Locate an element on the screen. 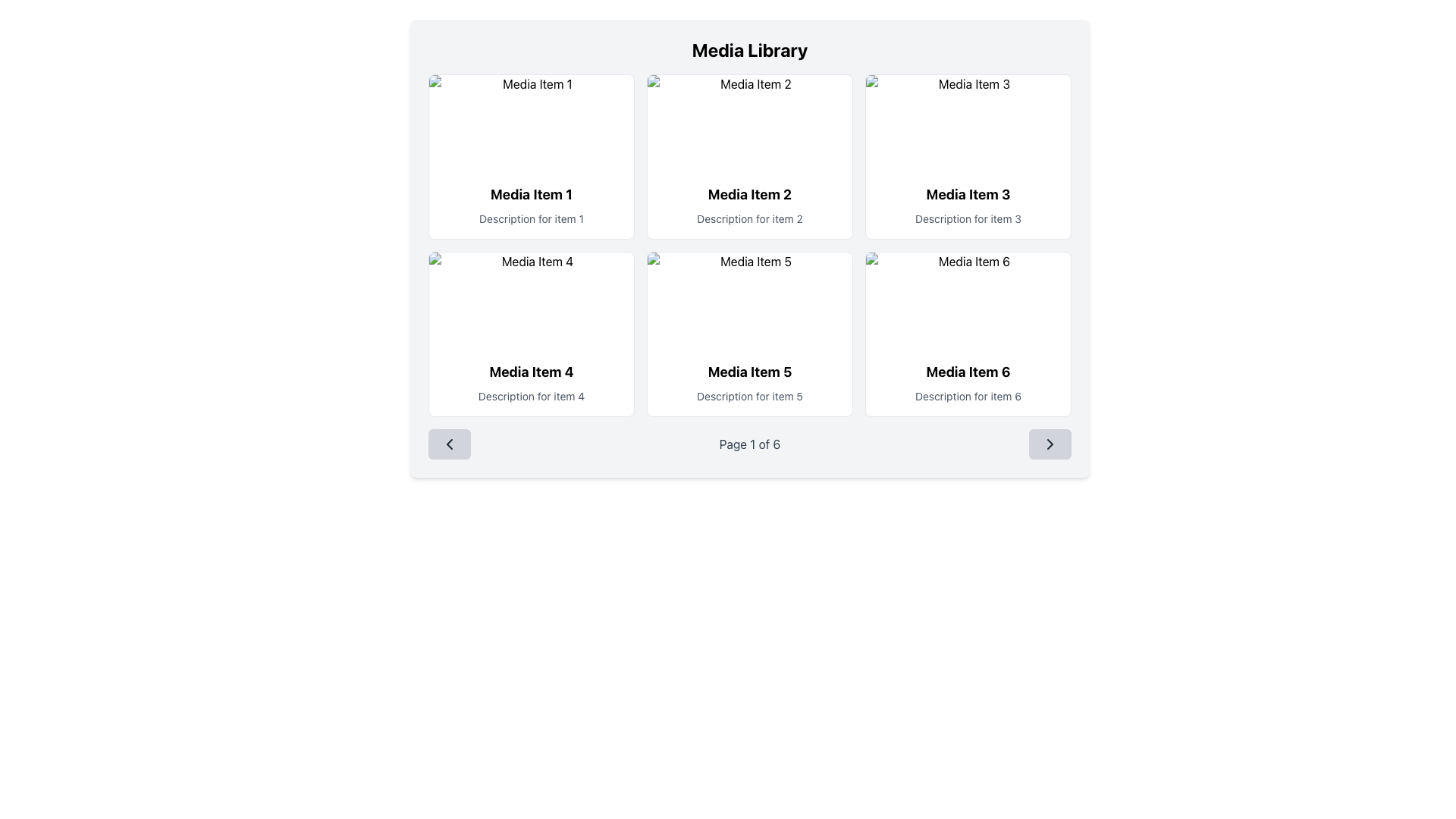  the image representing 'Media Item 5', which is located in the middle row and center column of the media items grid is located at coordinates (749, 301).